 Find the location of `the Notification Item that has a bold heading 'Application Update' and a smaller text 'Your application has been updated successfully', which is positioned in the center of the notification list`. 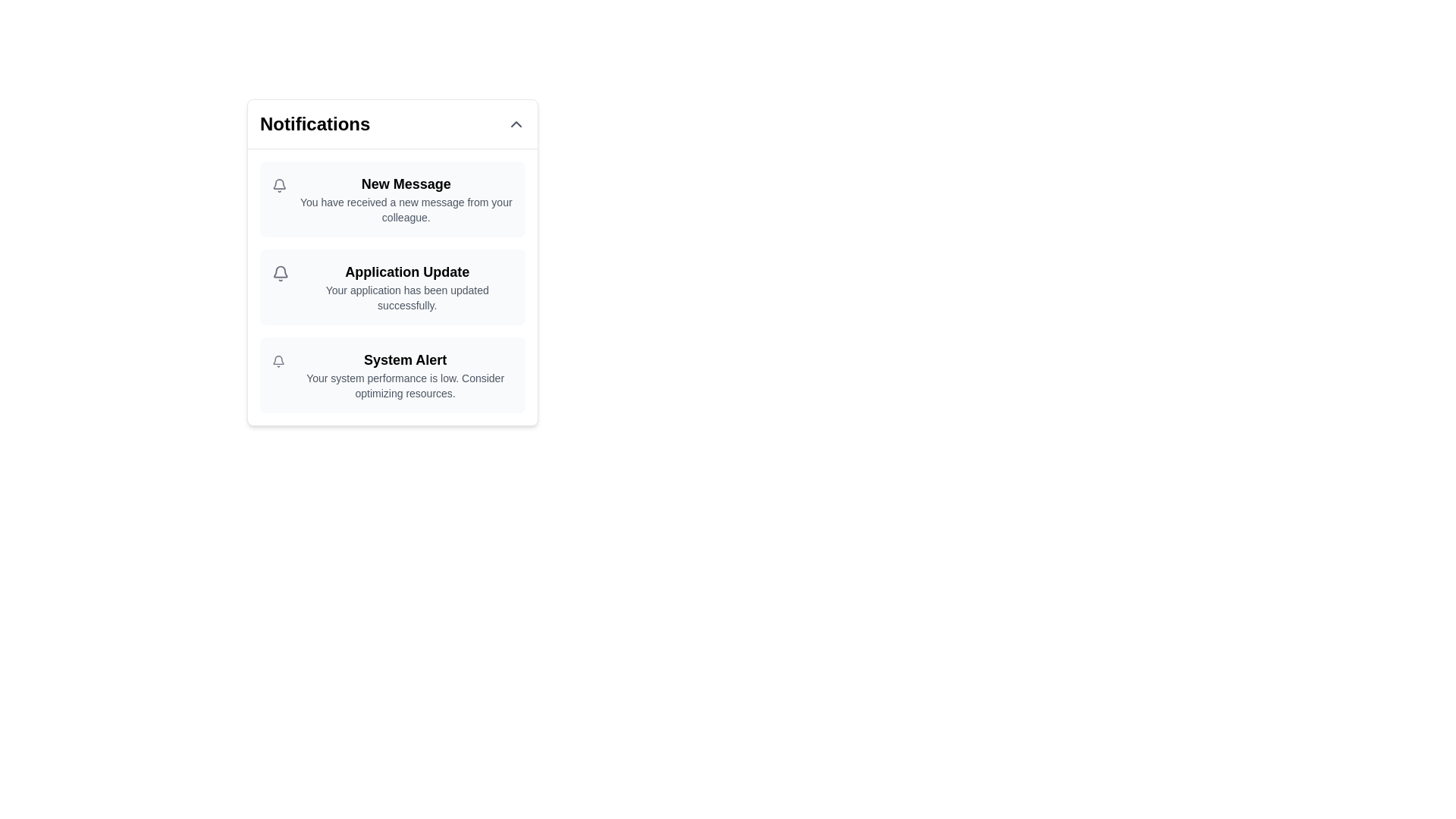

the Notification Item that has a bold heading 'Application Update' and a smaller text 'Your application has been updated successfully', which is positioned in the center of the notification list is located at coordinates (407, 287).